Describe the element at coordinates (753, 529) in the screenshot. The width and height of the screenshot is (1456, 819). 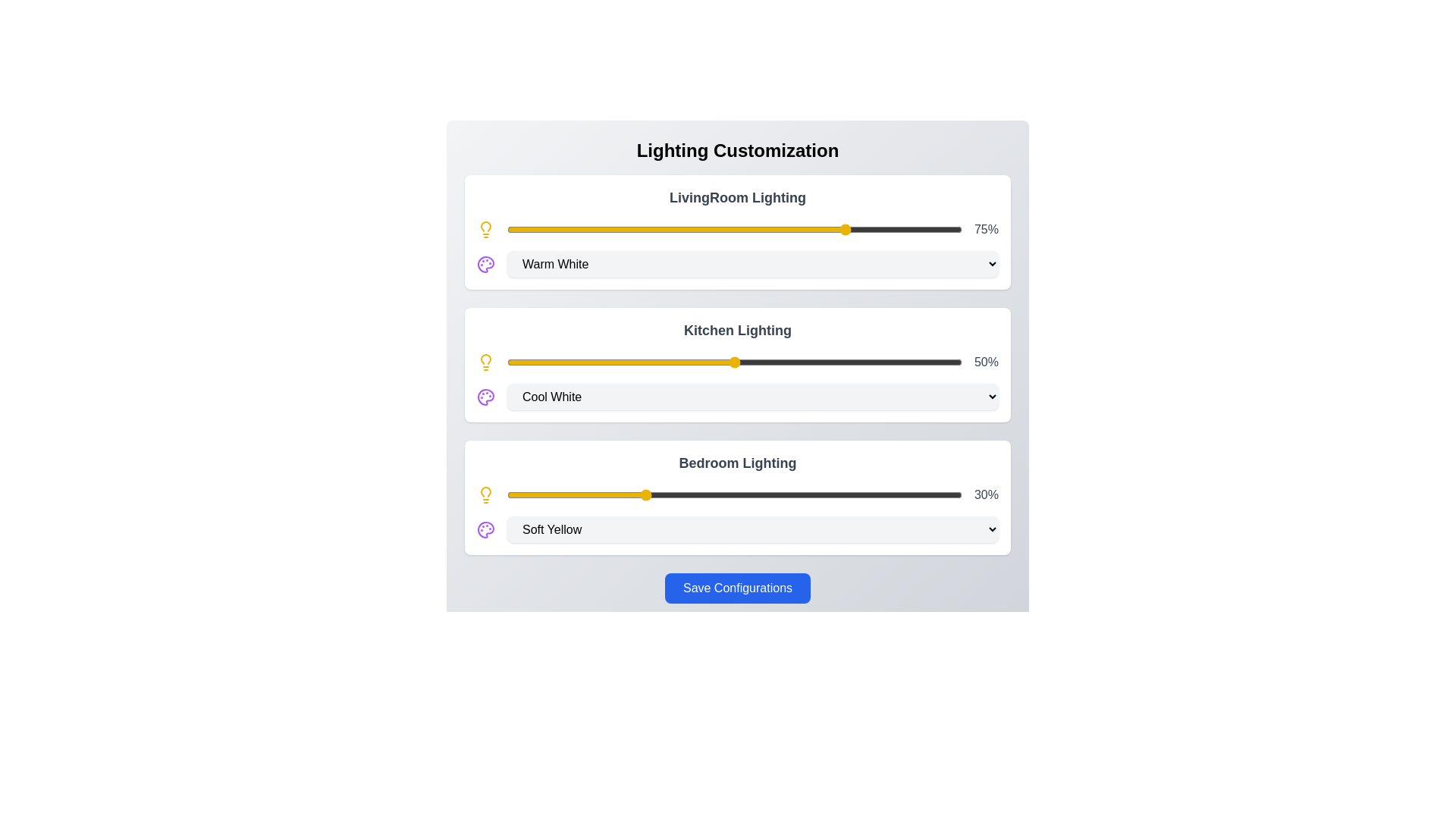
I see `the color Cool White from the dropdown menu of the bedroom lighting` at that location.